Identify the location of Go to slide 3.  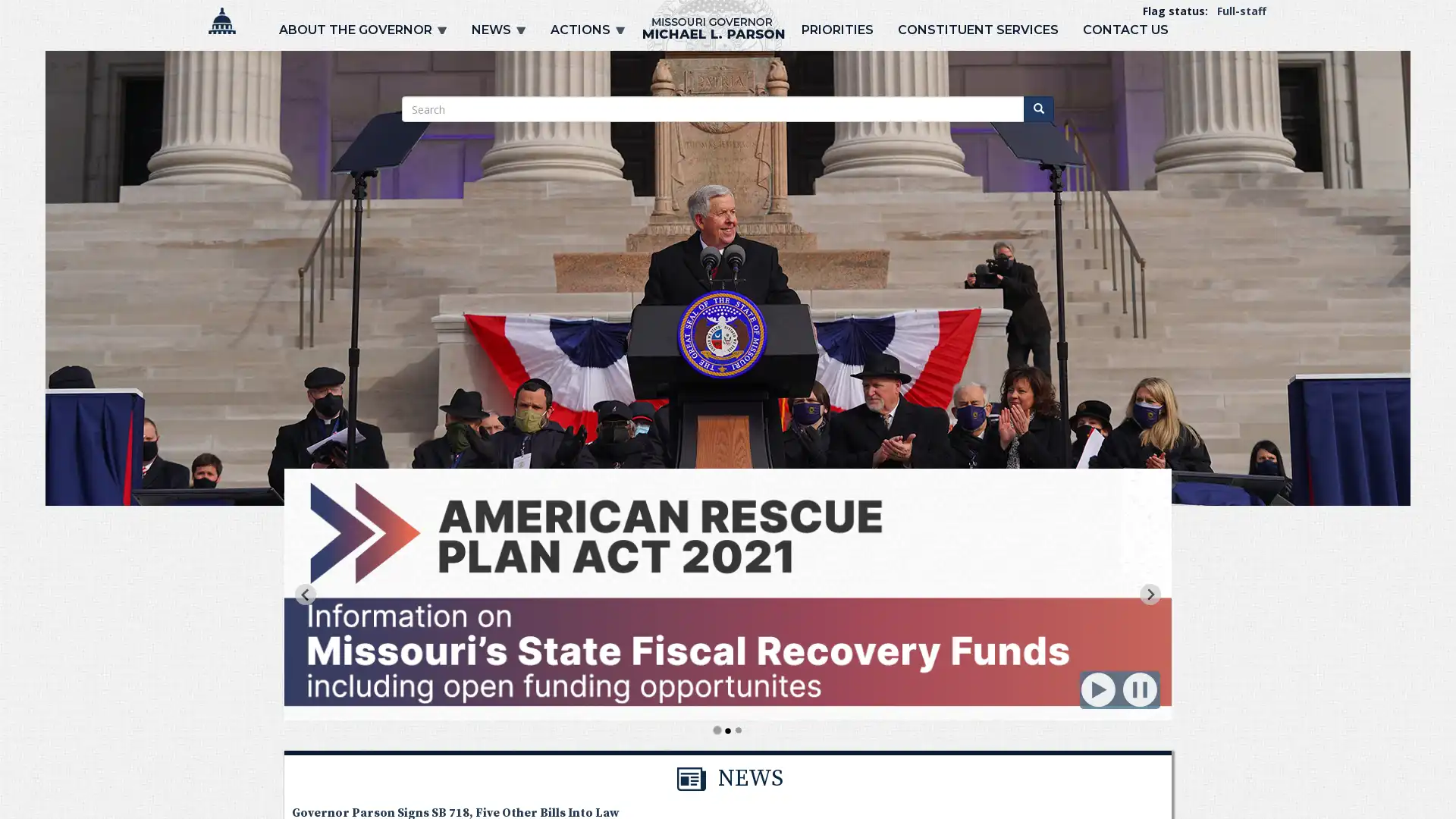
(738, 730).